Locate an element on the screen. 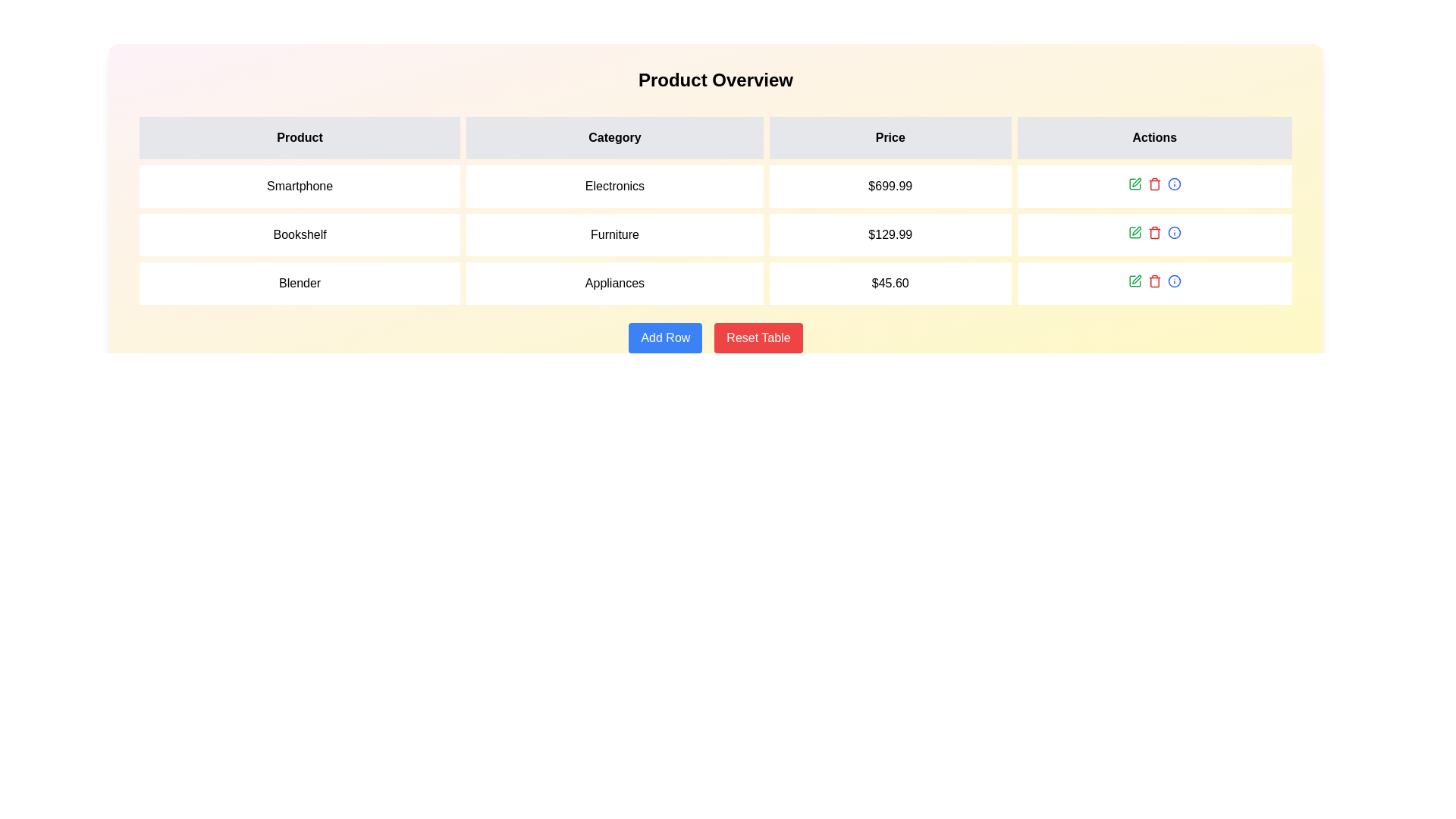  text from the Text Label located in the second column of the second row under the 'Category' header is located at coordinates (615, 234).